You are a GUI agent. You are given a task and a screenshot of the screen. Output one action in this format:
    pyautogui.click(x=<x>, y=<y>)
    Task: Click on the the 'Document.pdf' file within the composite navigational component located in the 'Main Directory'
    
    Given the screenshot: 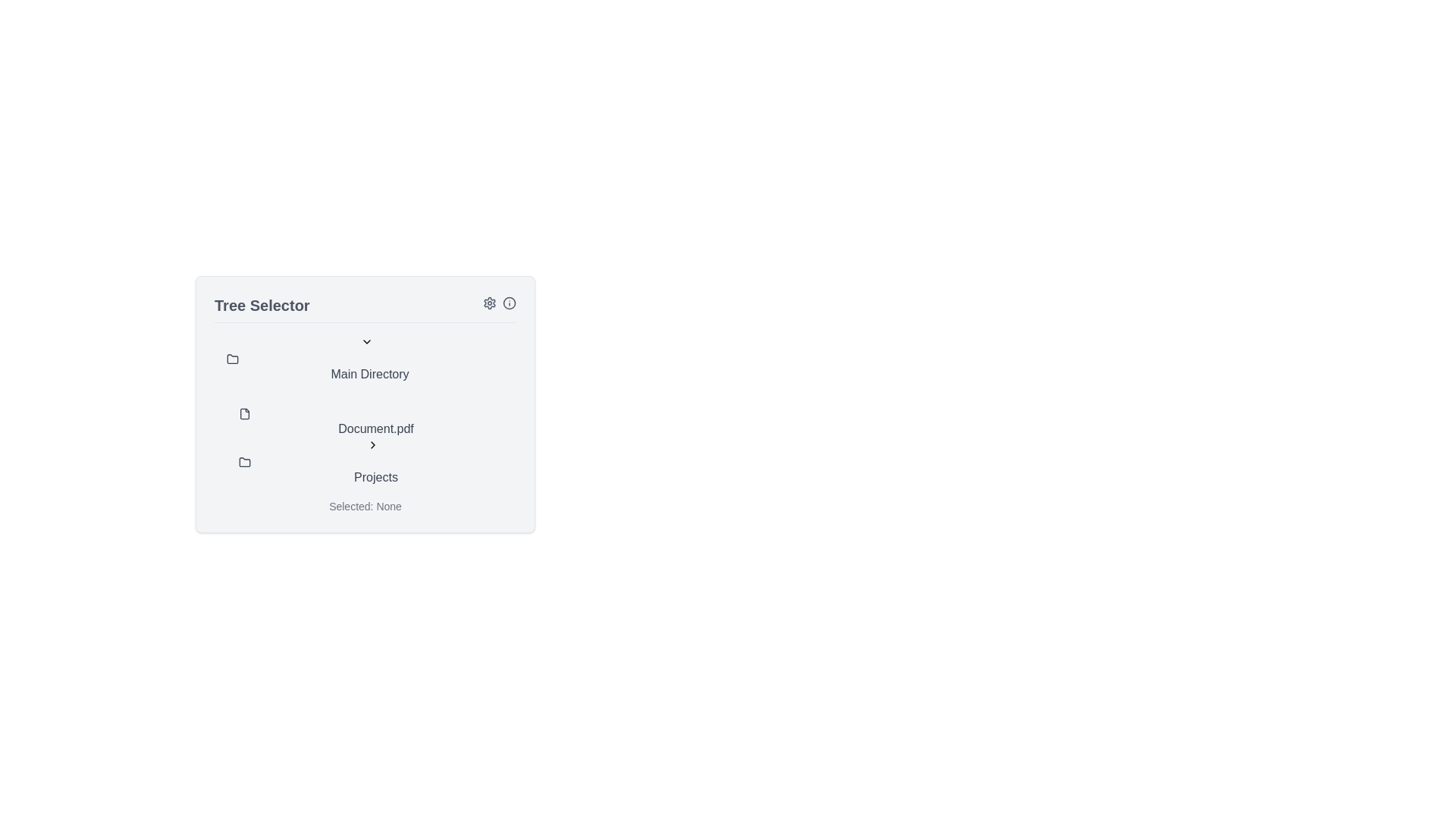 What is the action you would take?
    pyautogui.click(x=378, y=438)
    